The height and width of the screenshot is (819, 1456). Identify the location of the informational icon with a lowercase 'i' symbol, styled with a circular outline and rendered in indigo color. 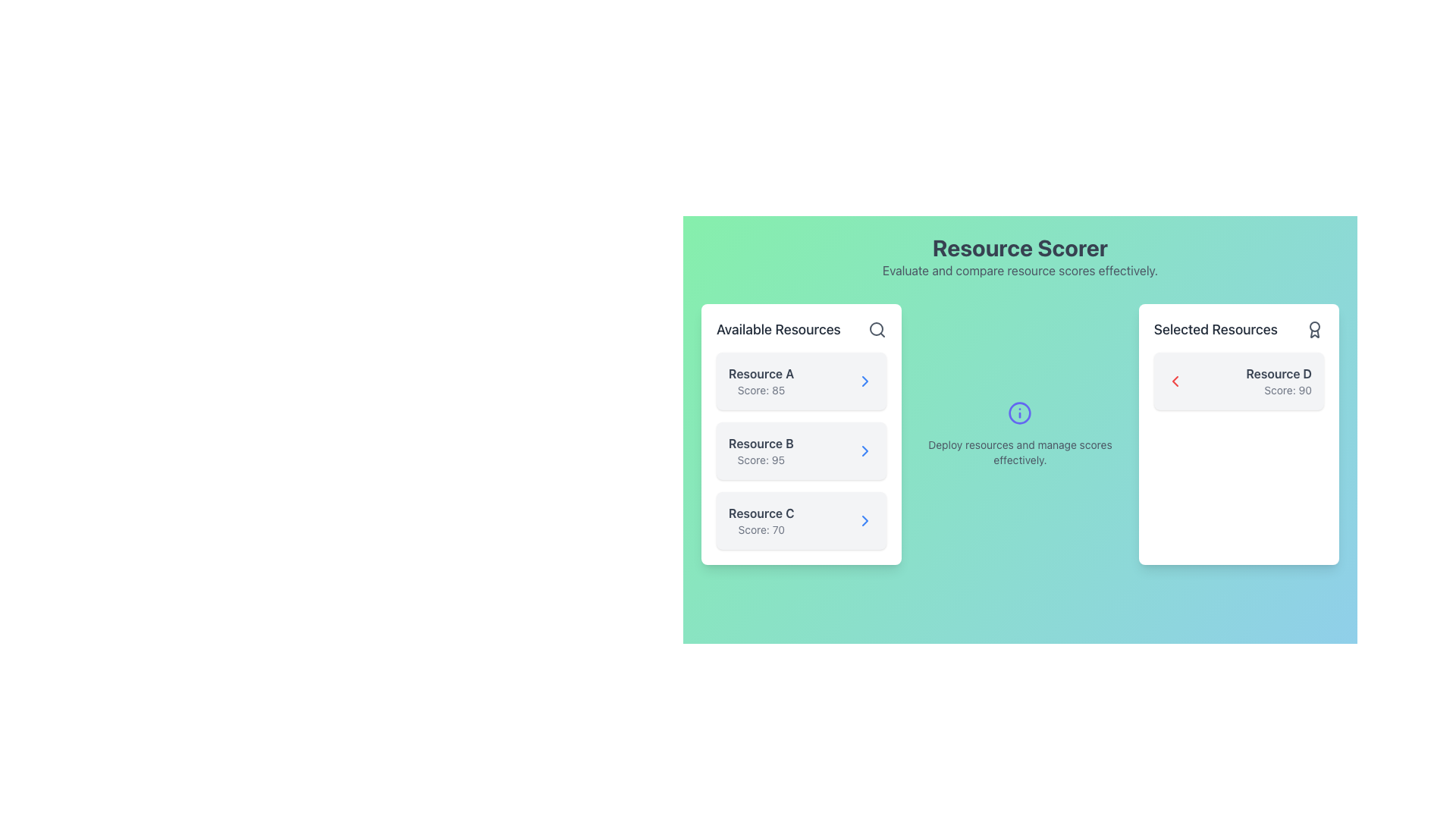
(1020, 413).